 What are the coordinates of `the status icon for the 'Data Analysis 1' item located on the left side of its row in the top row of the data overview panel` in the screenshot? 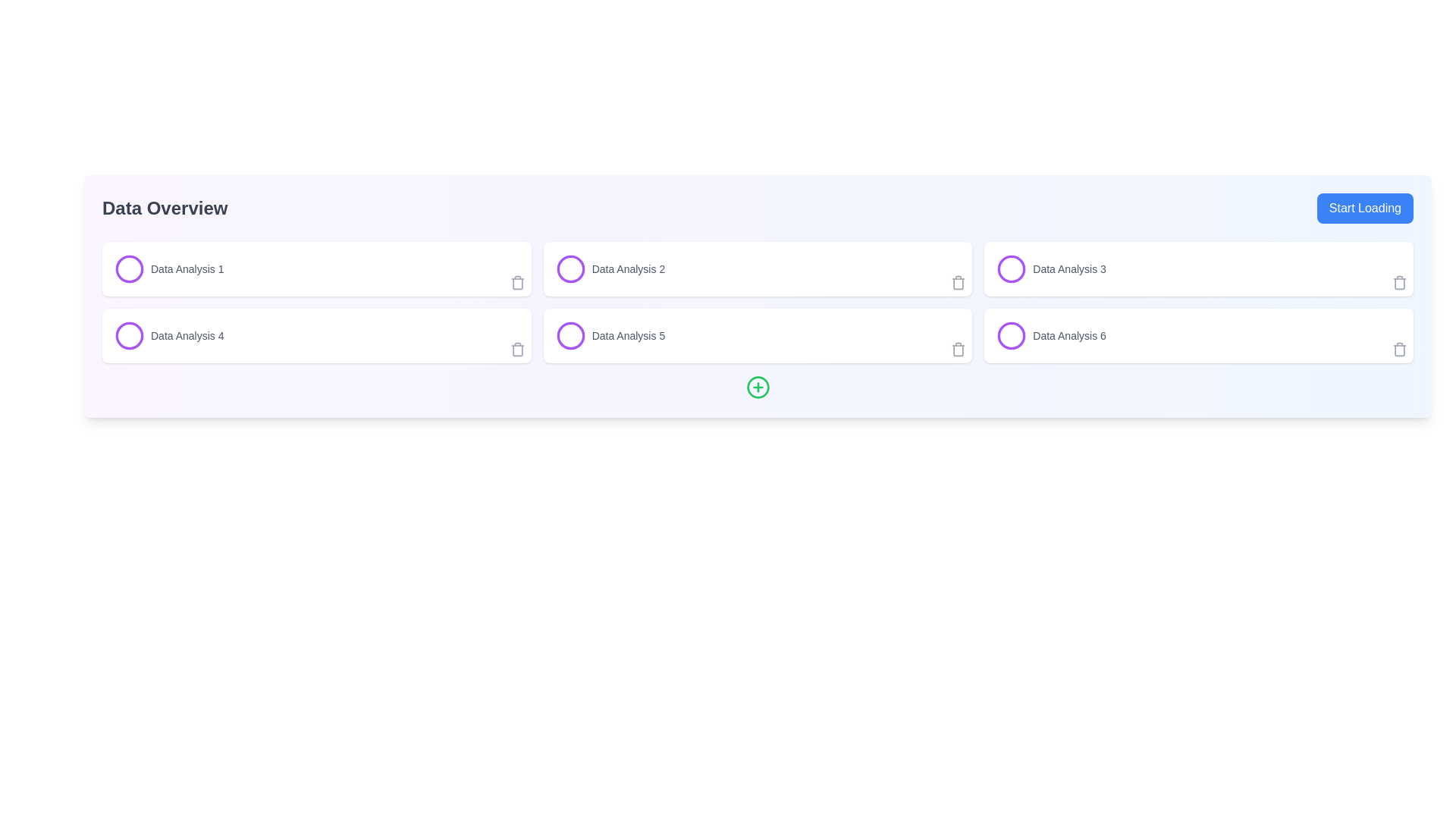 It's located at (130, 268).